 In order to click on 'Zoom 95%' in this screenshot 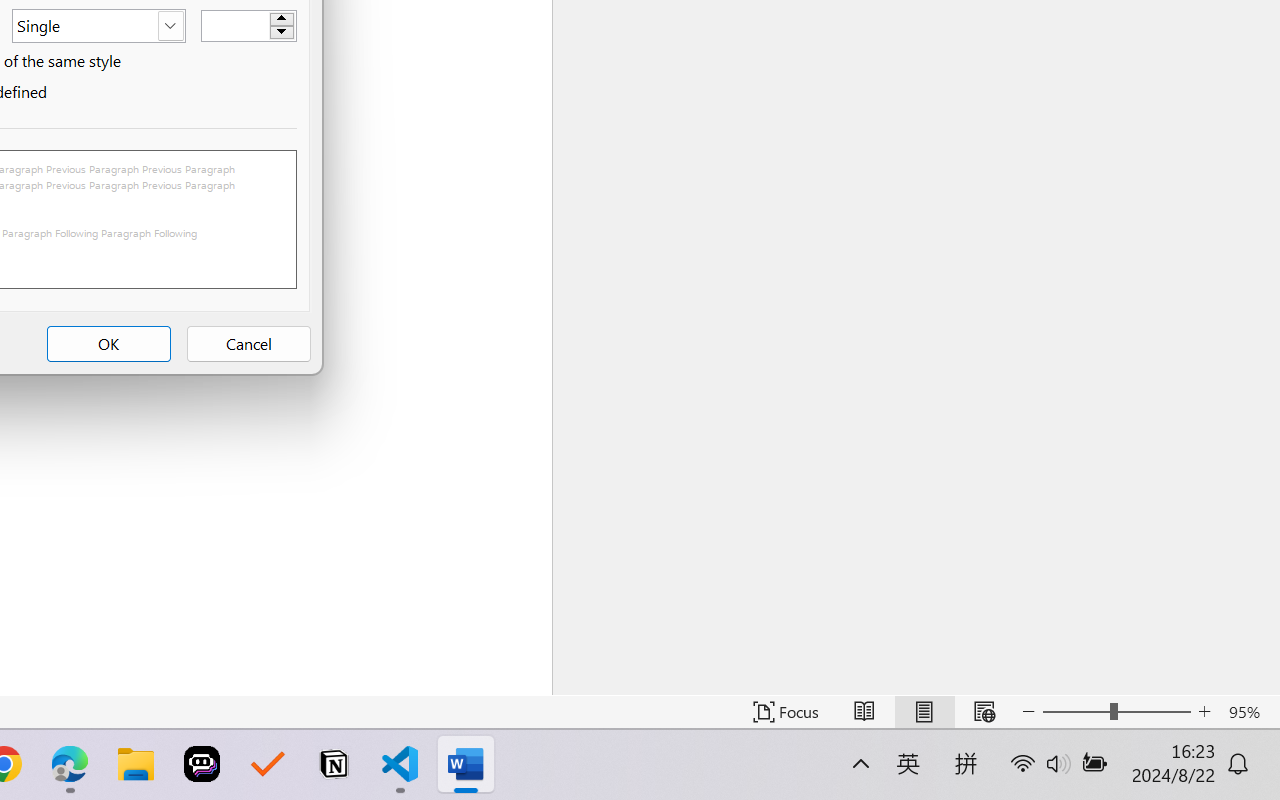, I will do `click(1248, 711)`.